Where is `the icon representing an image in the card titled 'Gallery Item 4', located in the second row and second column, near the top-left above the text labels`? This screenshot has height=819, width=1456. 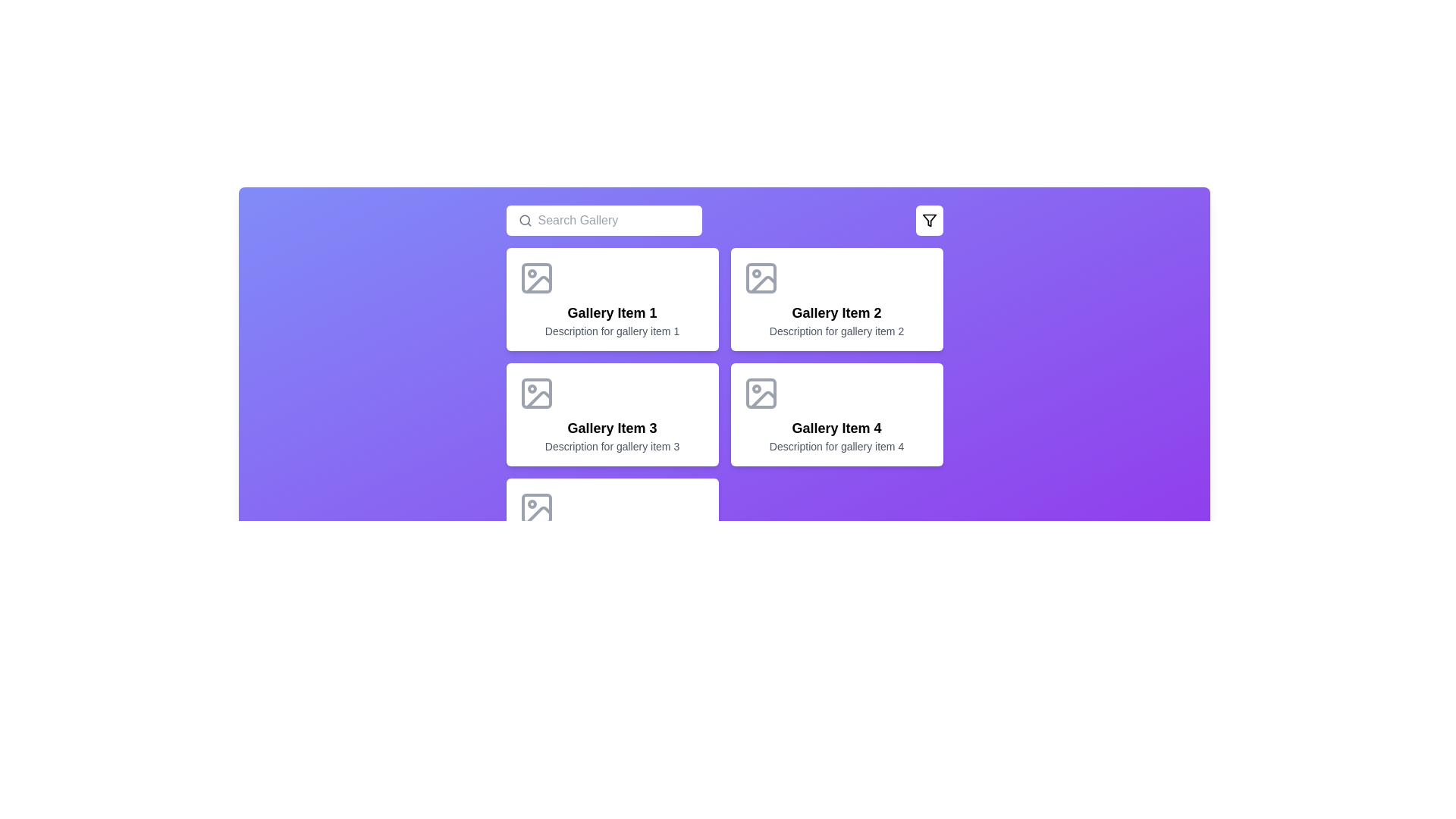 the icon representing an image in the card titled 'Gallery Item 4', located in the second row and second column, near the top-left above the text labels is located at coordinates (761, 393).